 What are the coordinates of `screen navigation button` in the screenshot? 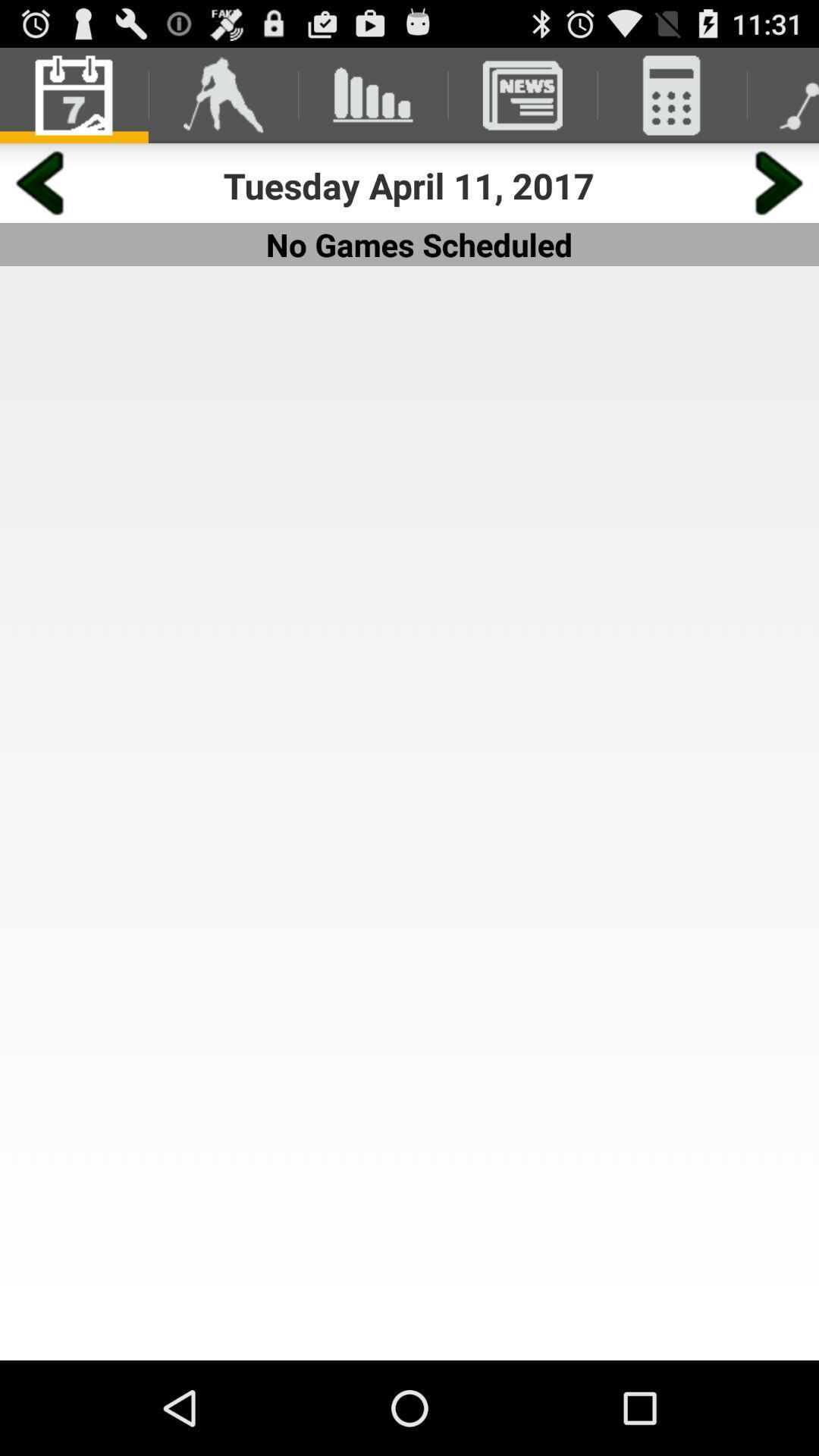 It's located at (779, 182).